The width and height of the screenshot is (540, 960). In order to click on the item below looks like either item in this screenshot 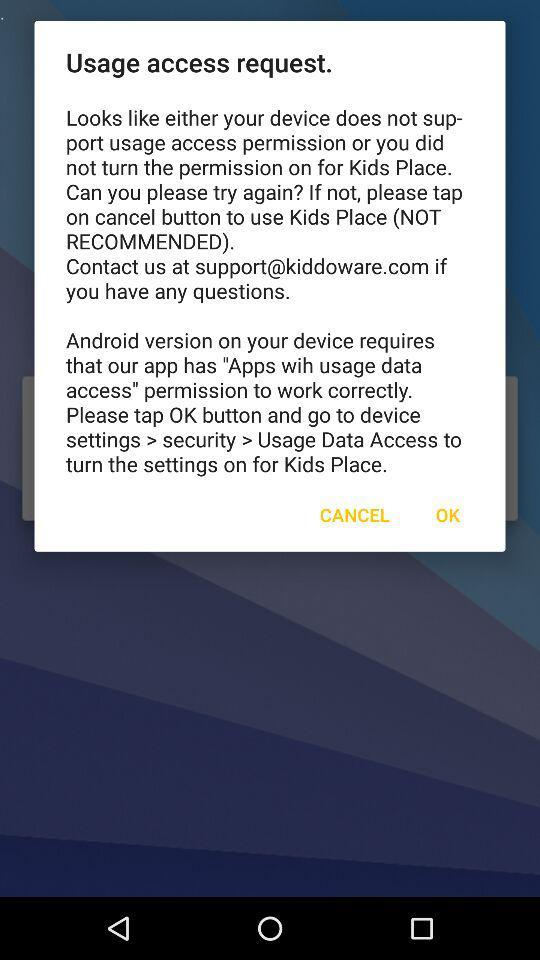, I will do `click(353, 513)`.